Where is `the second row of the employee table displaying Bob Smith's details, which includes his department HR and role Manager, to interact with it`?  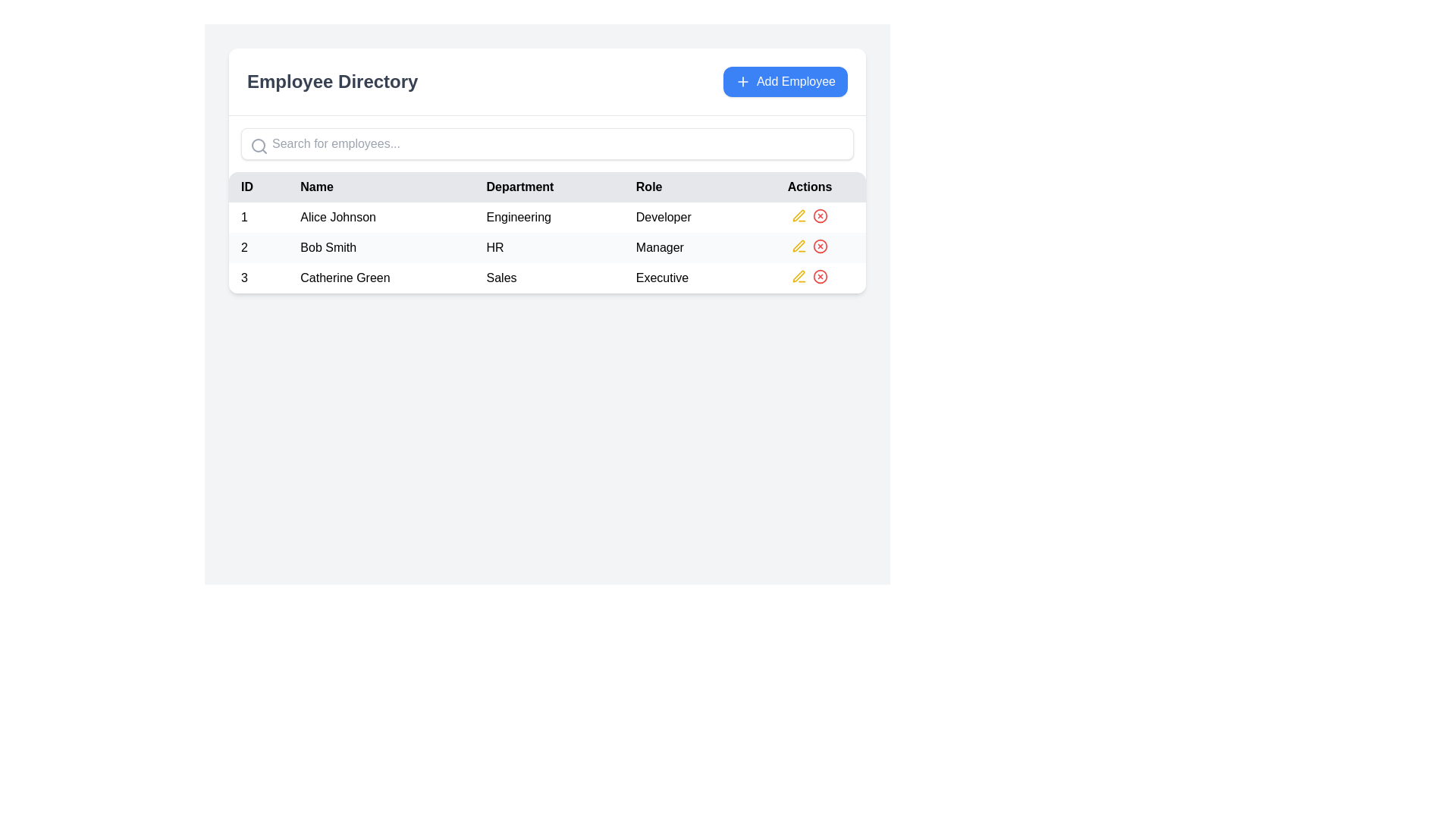
the second row of the employee table displaying Bob Smith's details, which includes his department HR and role Manager, to interact with it is located at coordinates (546, 247).